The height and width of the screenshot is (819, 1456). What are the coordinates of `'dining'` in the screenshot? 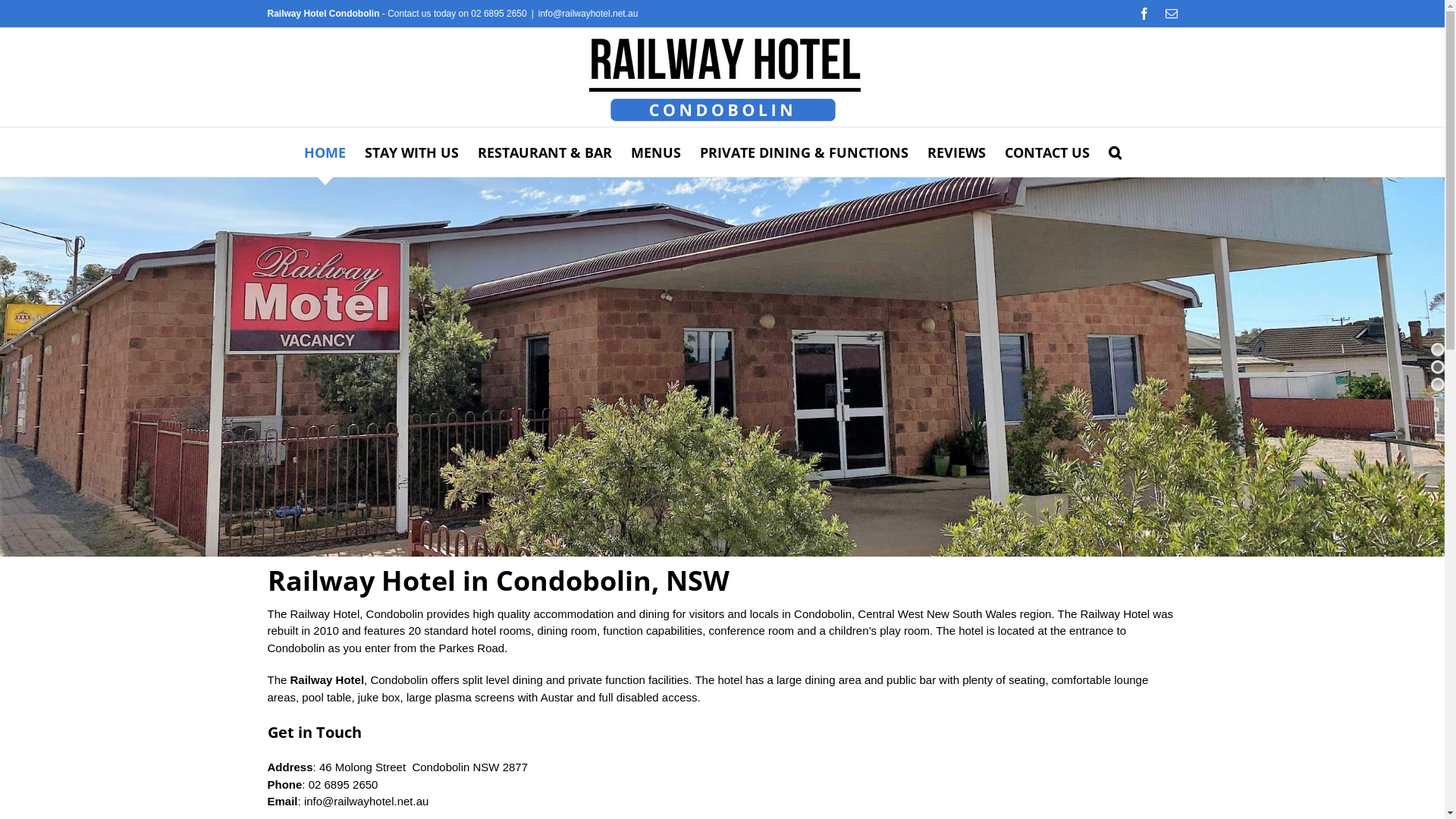 It's located at (654, 613).